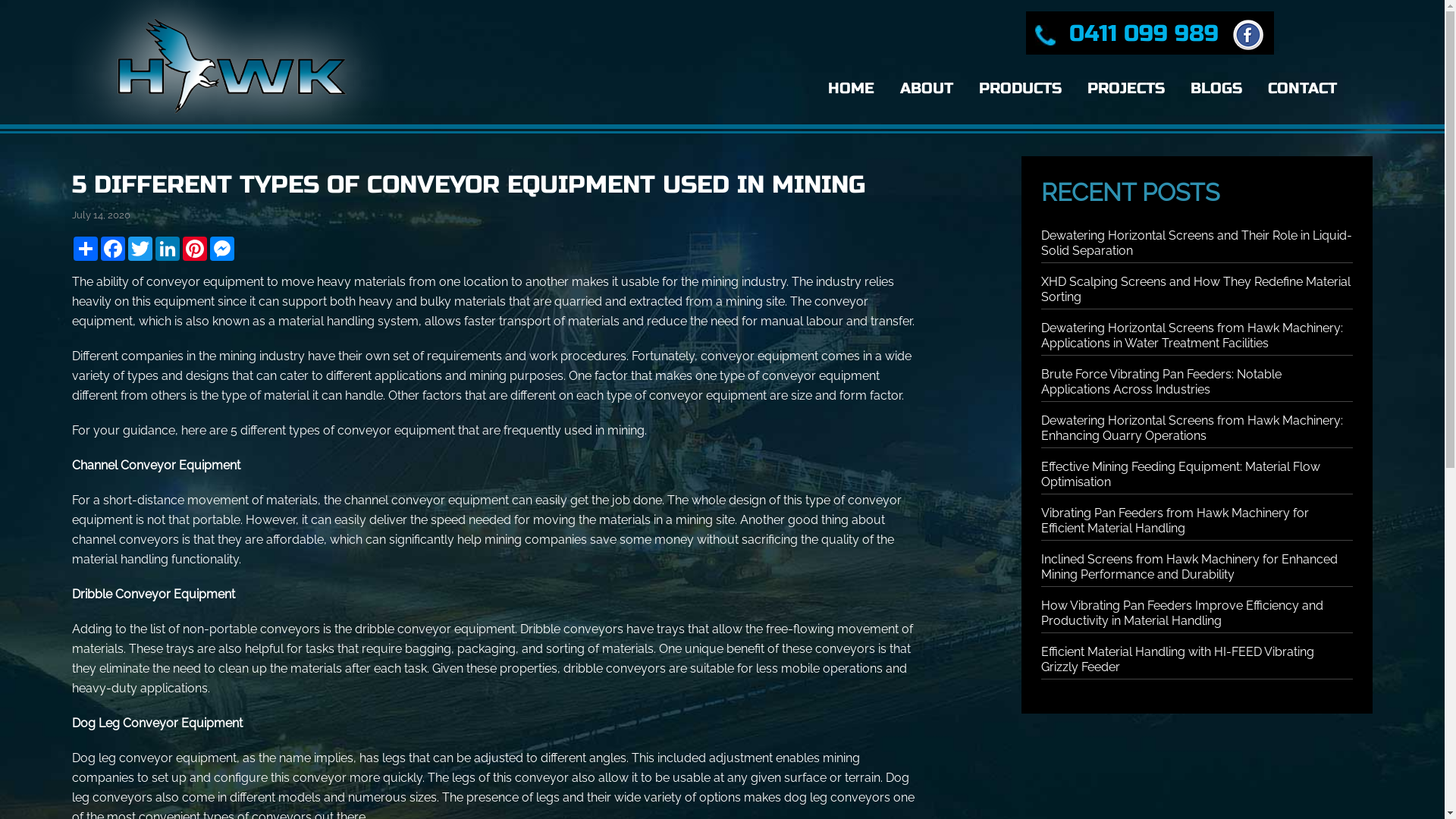  What do you see at coordinates (167, 247) in the screenshot?
I see `'LinkedIn'` at bounding box center [167, 247].